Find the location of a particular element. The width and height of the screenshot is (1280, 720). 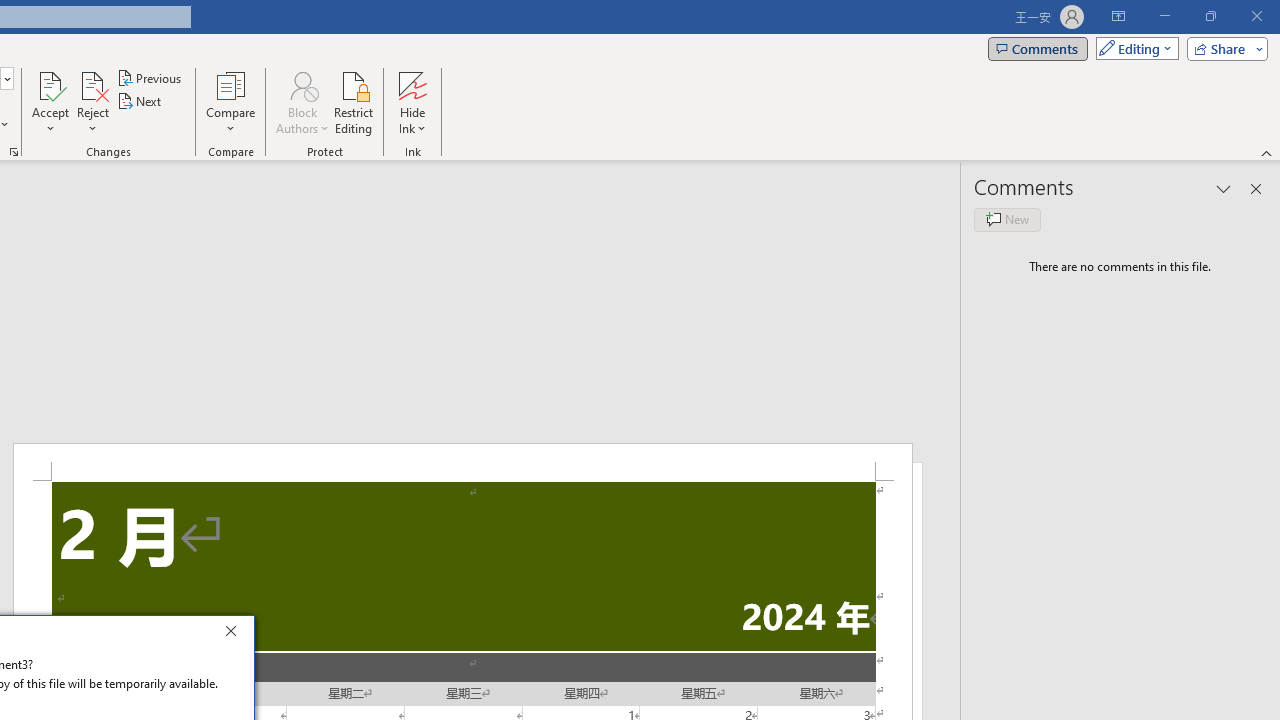

'Change Tracking Options...' is located at coordinates (14, 150).